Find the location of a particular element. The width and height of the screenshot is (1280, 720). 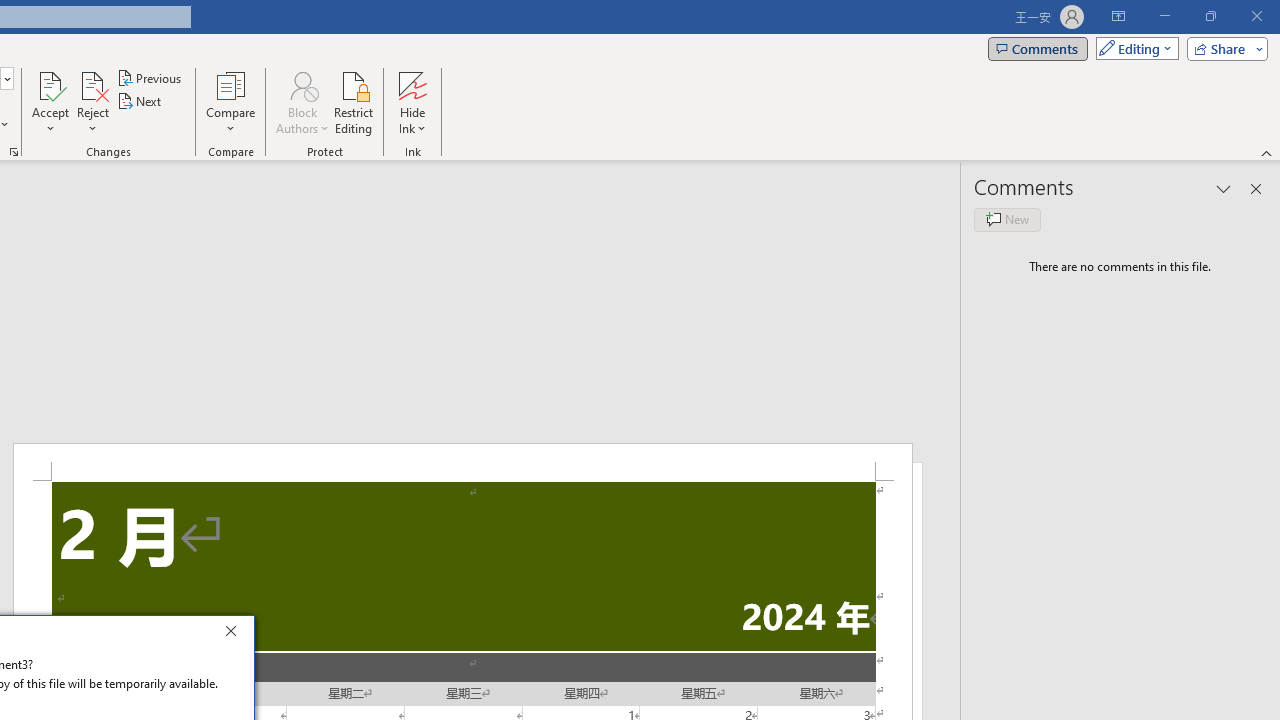

'Change Tracking Options...' is located at coordinates (14, 150).